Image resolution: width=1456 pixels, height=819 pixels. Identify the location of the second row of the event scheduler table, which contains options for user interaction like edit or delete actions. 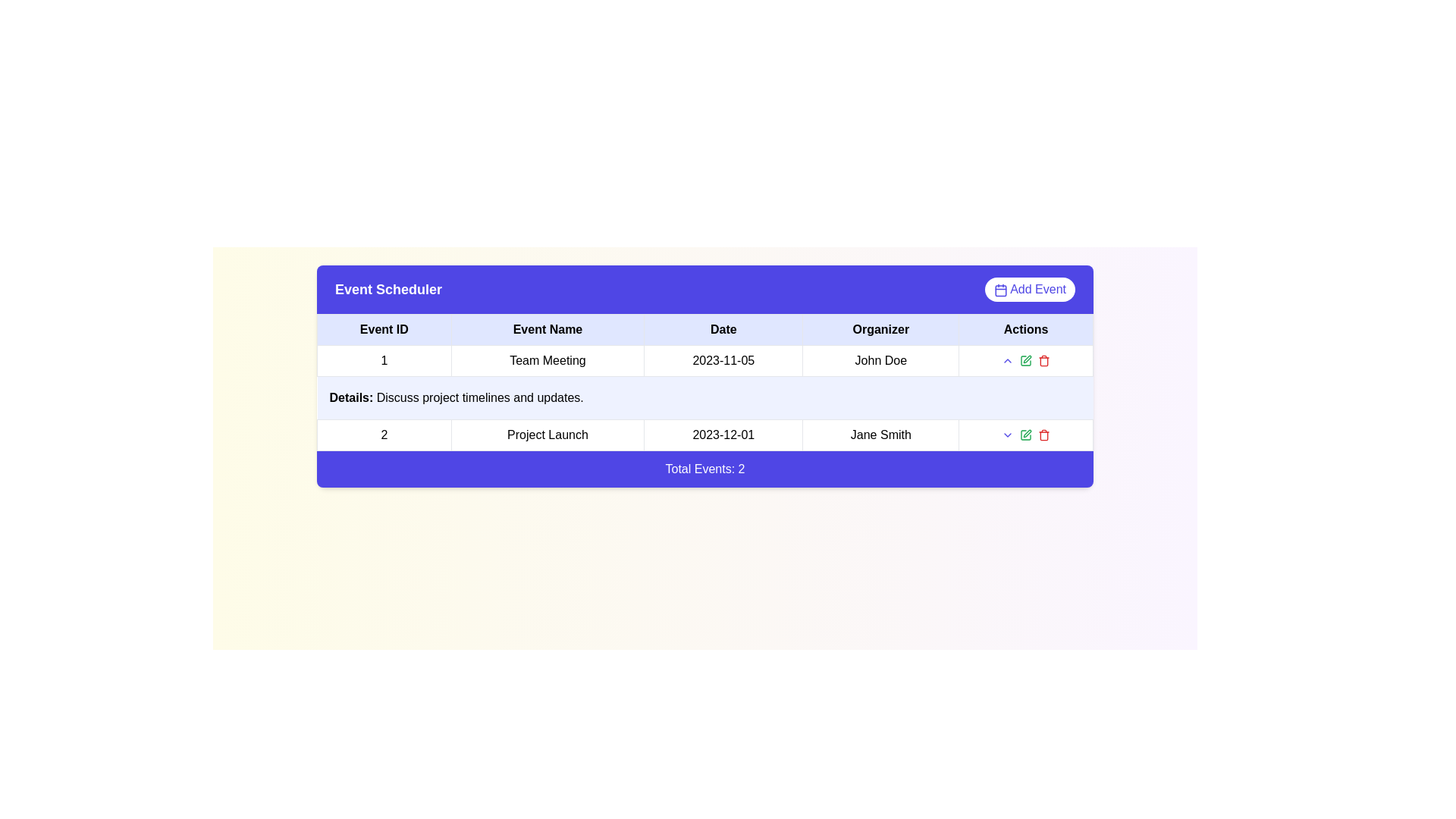
(704, 435).